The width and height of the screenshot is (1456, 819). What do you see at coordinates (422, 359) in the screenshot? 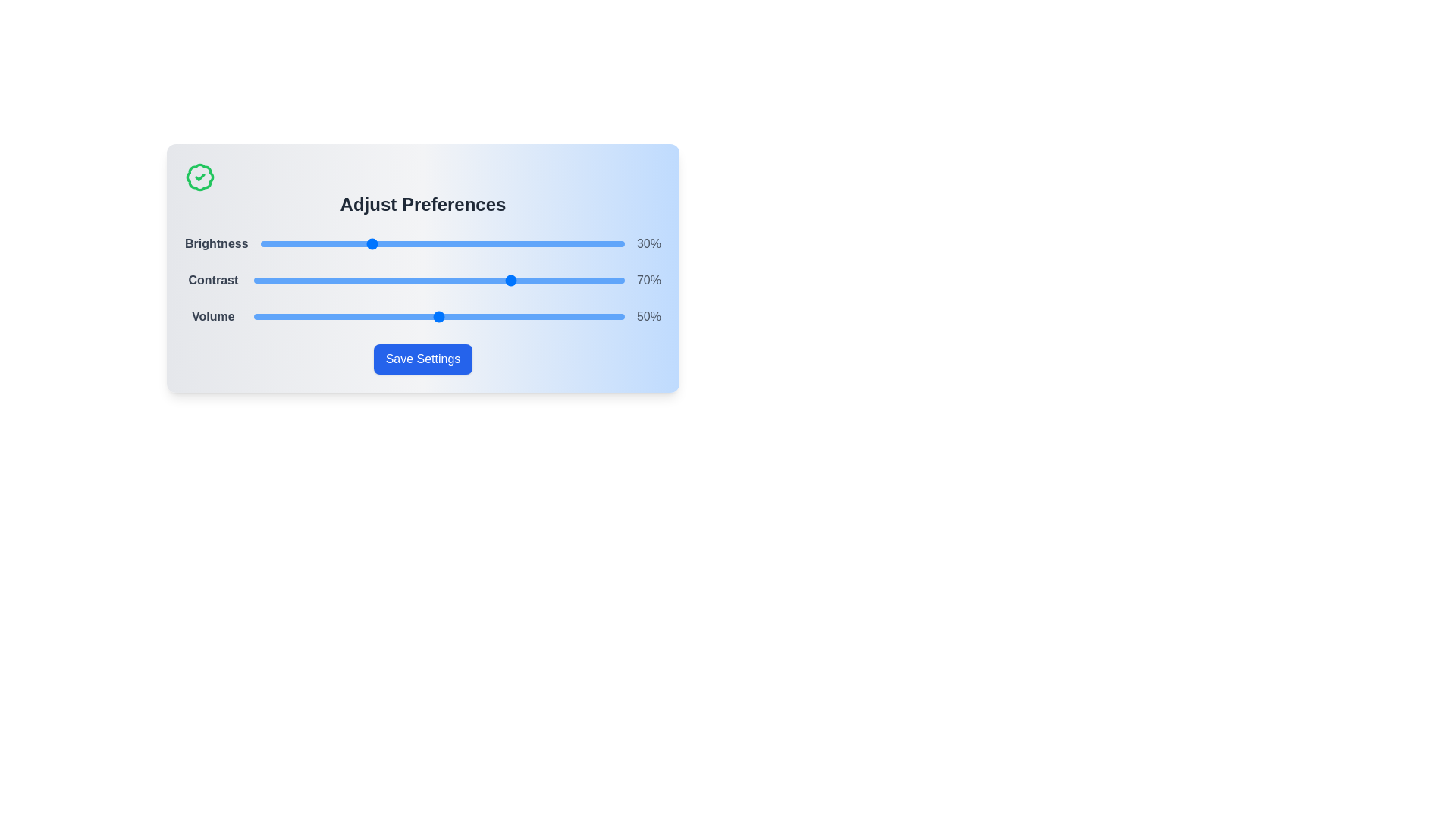
I see `'Save Settings' button to confirm the adjusted preferences` at bounding box center [422, 359].